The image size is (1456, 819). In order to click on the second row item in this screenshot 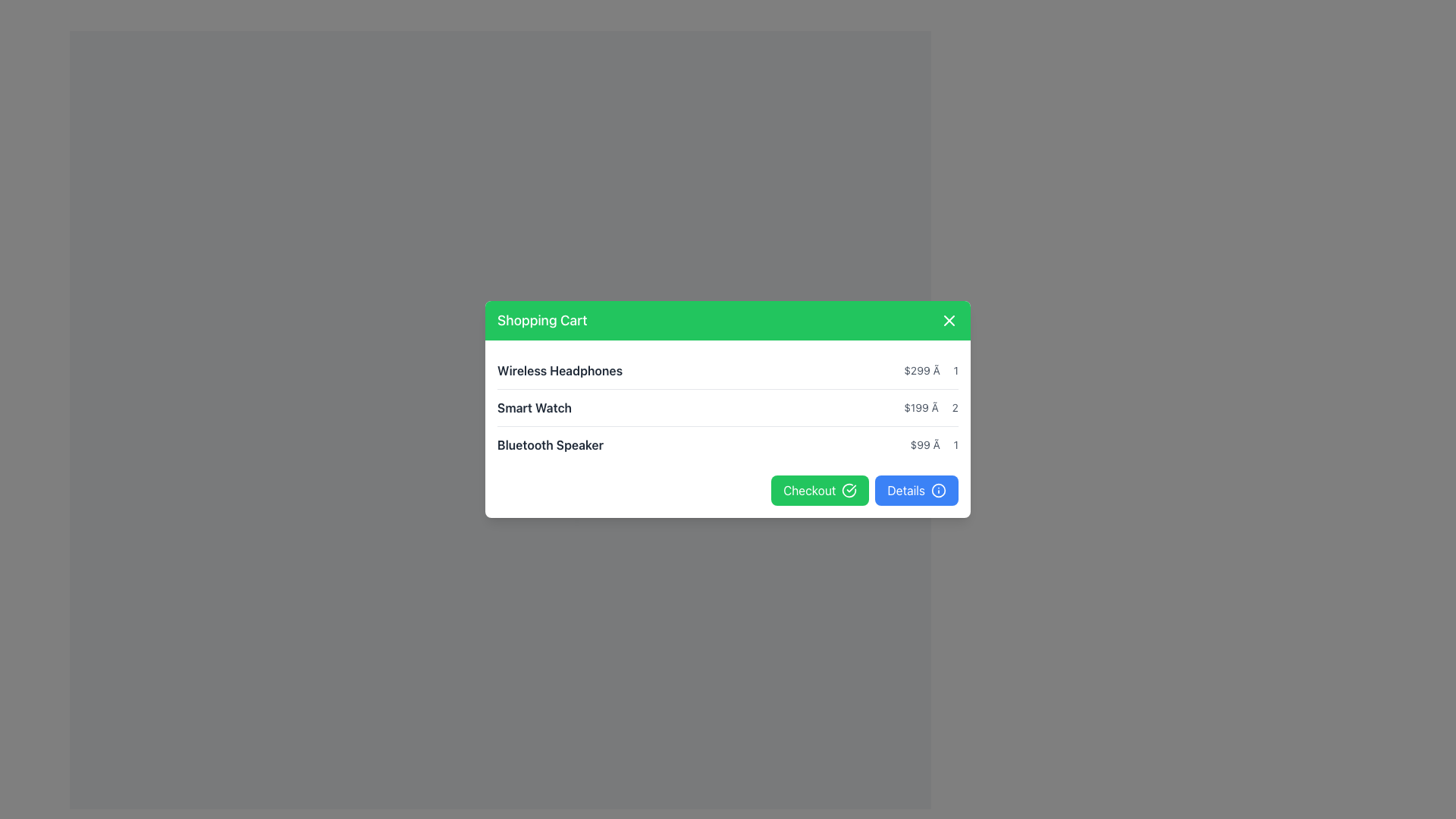, I will do `click(728, 406)`.